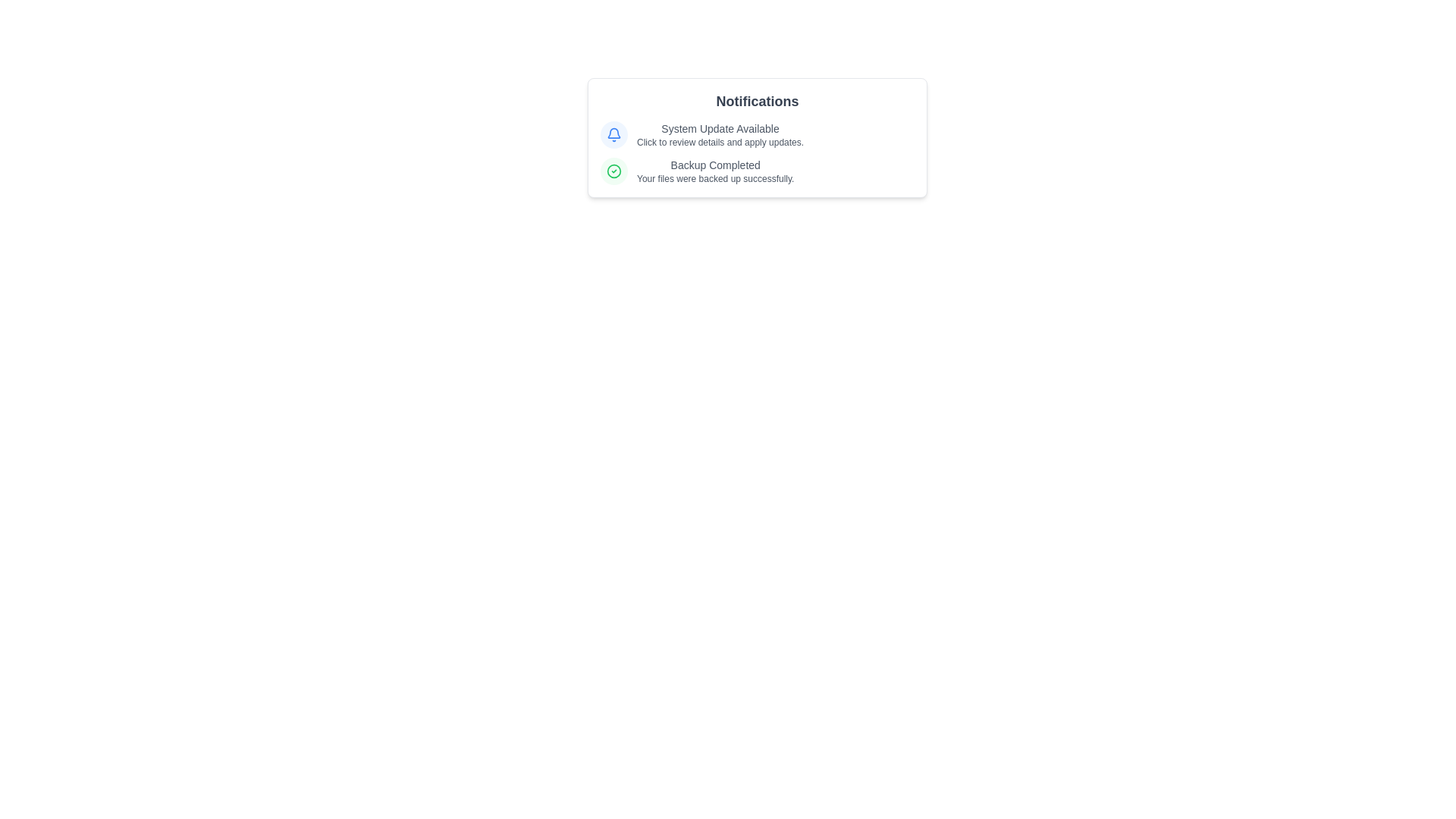 This screenshot has height=819, width=1456. I want to click on the notification message displaying a success status with the title 'Backup Completed' and a green circular icon with a checkmark, so click(757, 171).